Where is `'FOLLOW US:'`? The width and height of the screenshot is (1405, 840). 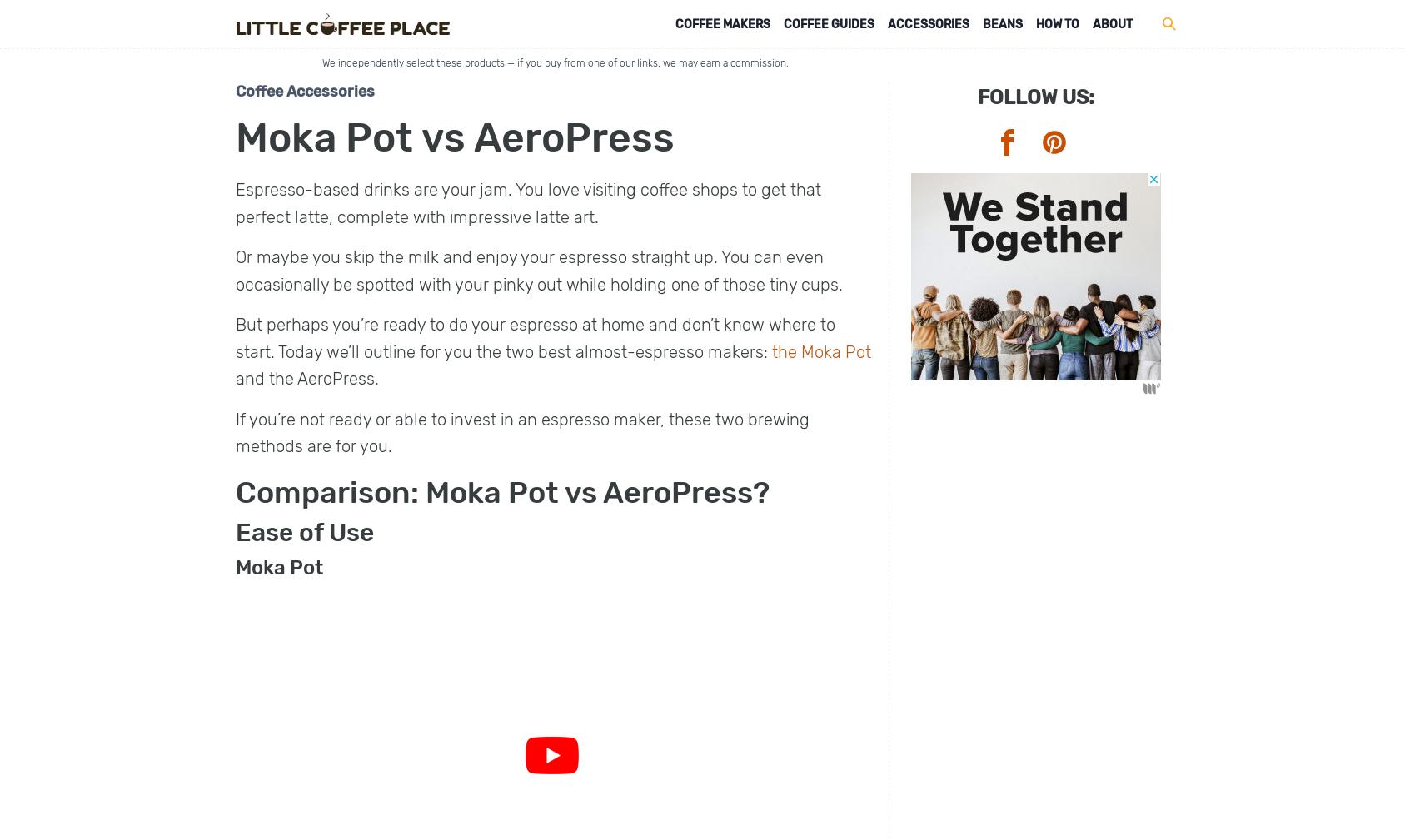
'FOLLOW US:' is located at coordinates (1034, 97).